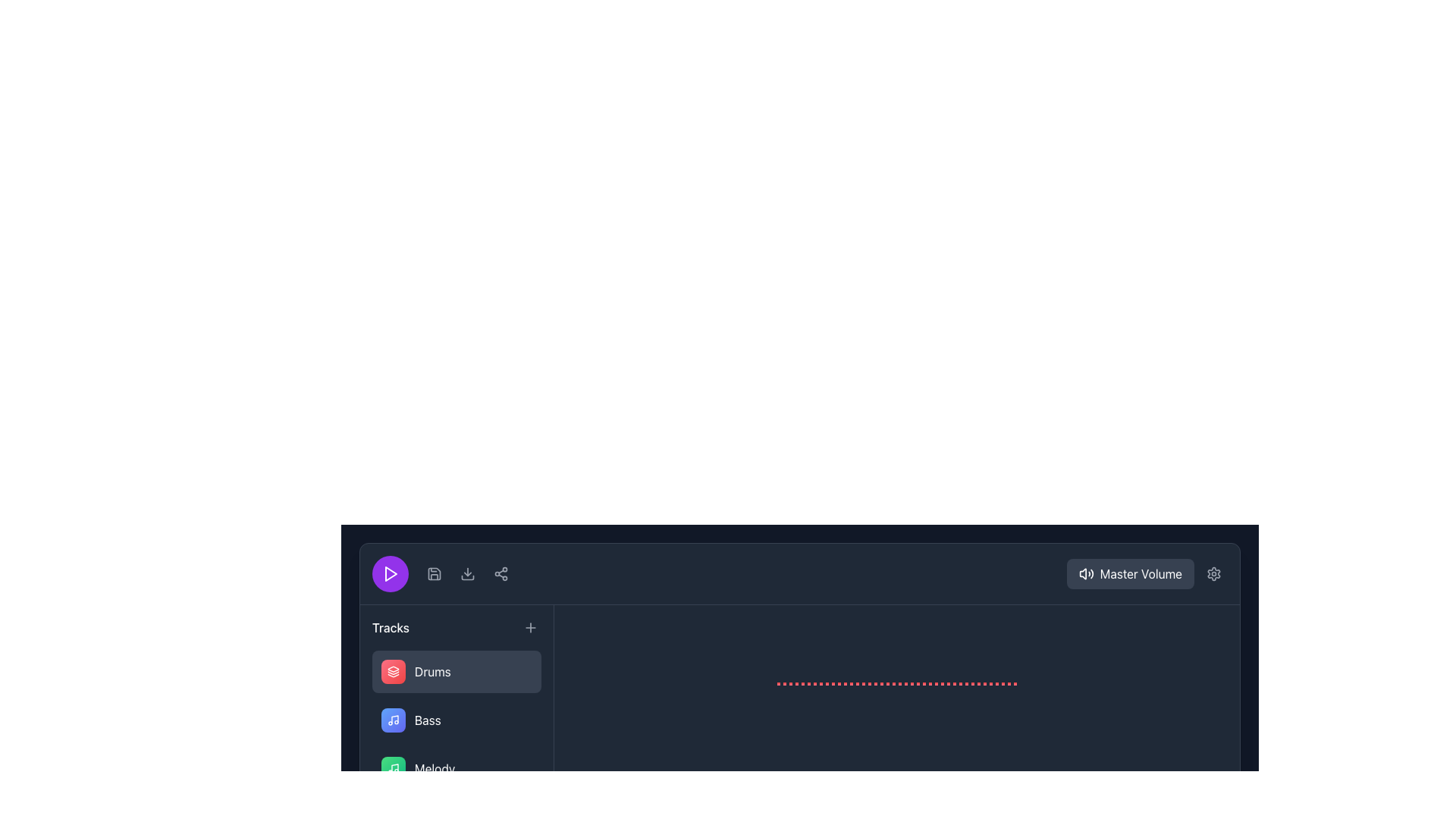 The width and height of the screenshot is (1456, 819). I want to click on the music-related control icon located within a rounded button in the top-left corner of the interface, just under the primary navigation bar, so click(393, 719).